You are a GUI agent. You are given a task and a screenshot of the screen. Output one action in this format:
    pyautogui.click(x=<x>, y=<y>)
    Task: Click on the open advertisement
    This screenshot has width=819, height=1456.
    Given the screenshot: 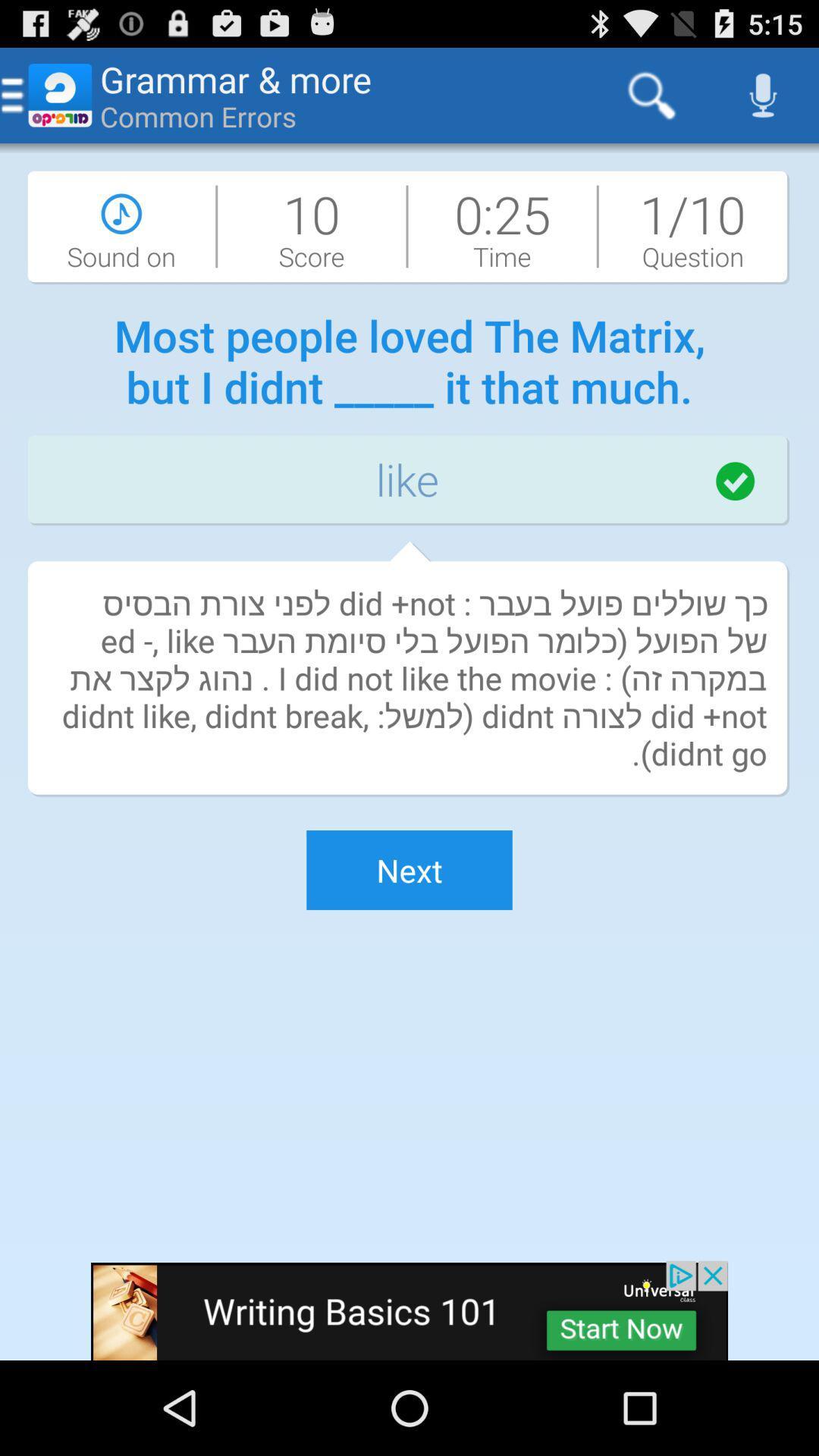 What is the action you would take?
    pyautogui.click(x=409, y=1310)
    